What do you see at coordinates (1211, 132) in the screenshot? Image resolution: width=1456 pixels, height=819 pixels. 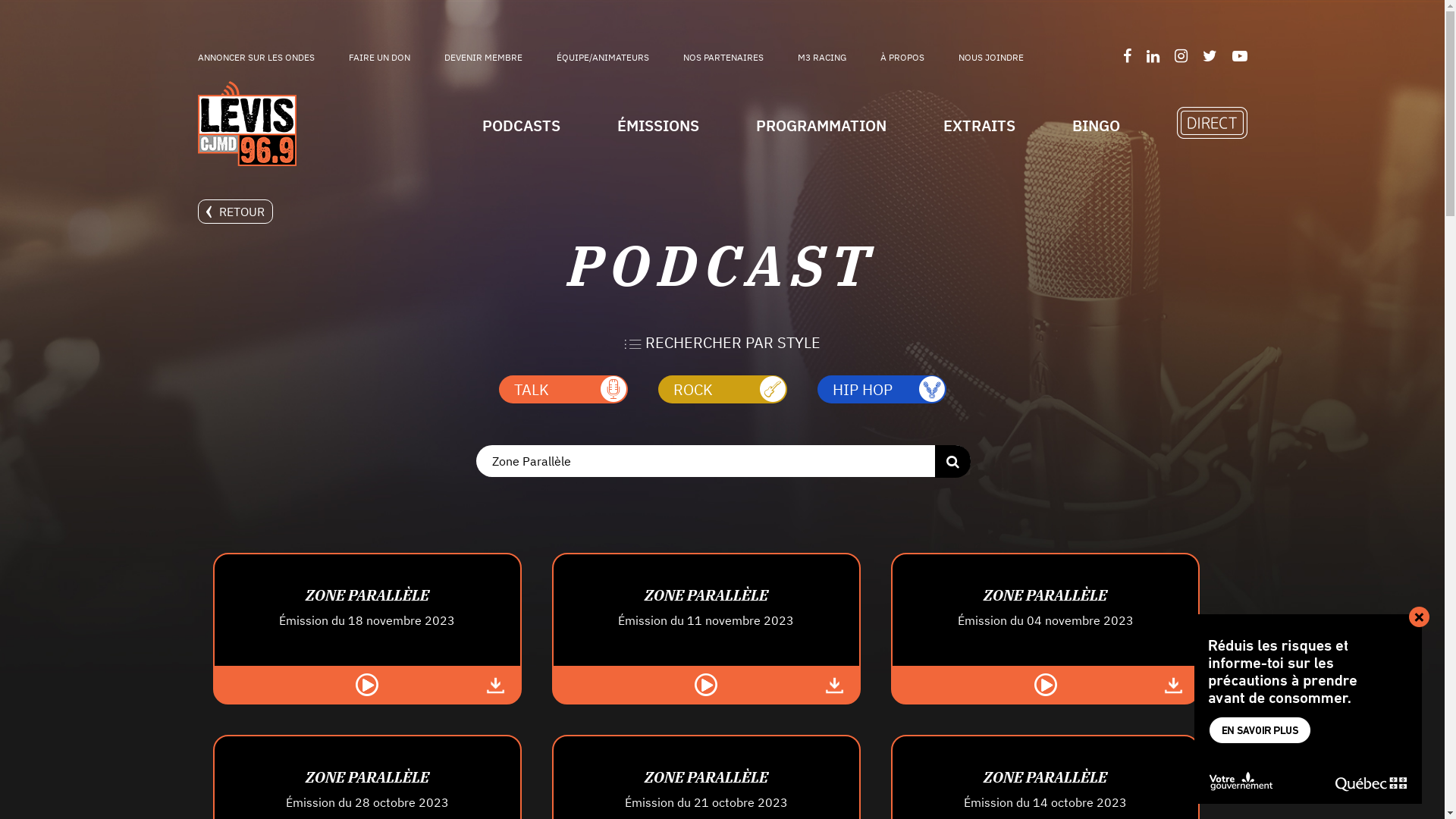 I see `'En Direct'` at bounding box center [1211, 132].